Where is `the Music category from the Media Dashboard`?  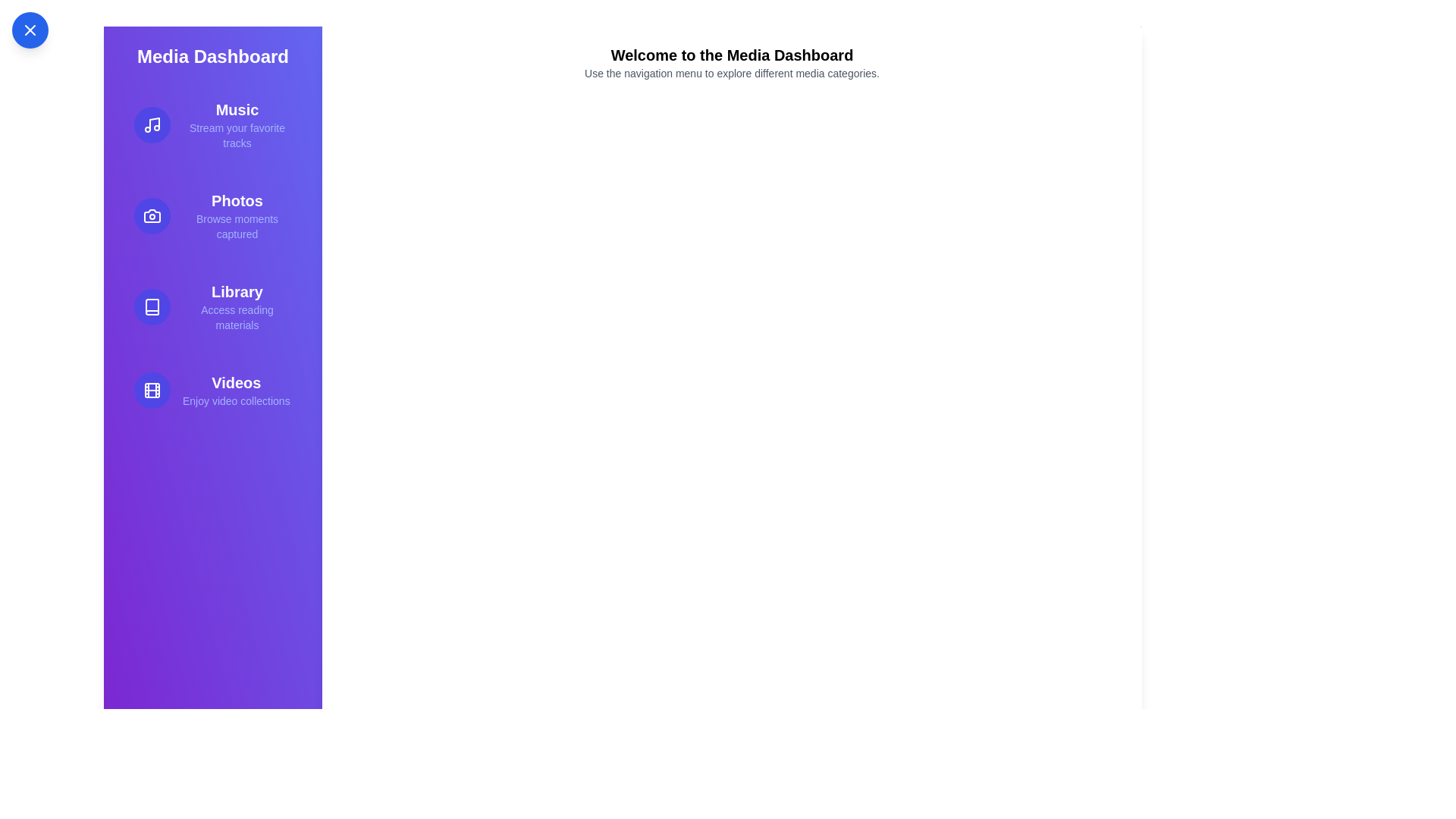
the Music category from the Media Dashboard is located at coordinates (212, 124).